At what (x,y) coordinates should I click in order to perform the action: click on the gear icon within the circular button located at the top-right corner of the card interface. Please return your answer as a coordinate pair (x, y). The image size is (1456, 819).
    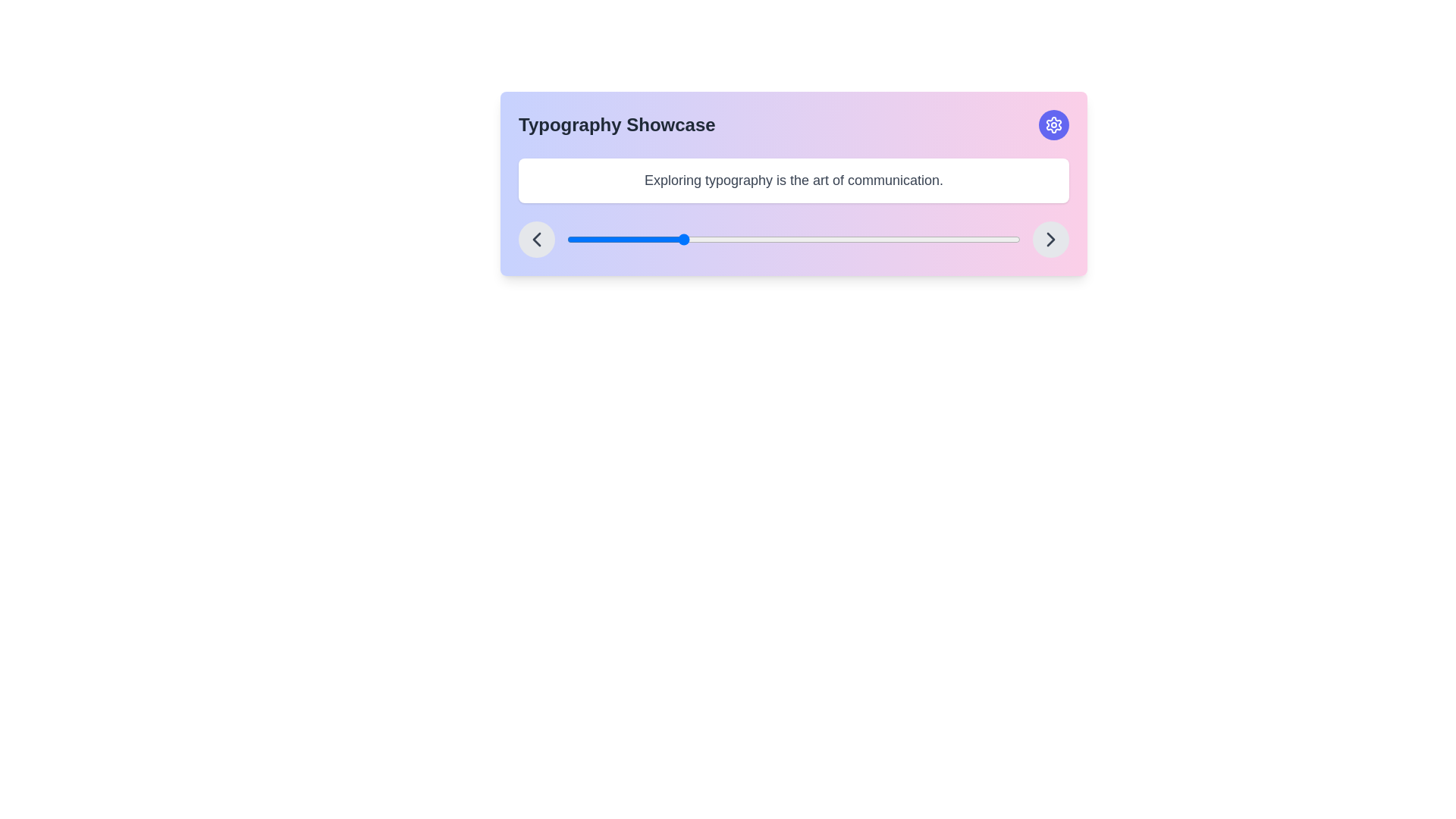
    Looking at the image, I should click on (1053, 124).